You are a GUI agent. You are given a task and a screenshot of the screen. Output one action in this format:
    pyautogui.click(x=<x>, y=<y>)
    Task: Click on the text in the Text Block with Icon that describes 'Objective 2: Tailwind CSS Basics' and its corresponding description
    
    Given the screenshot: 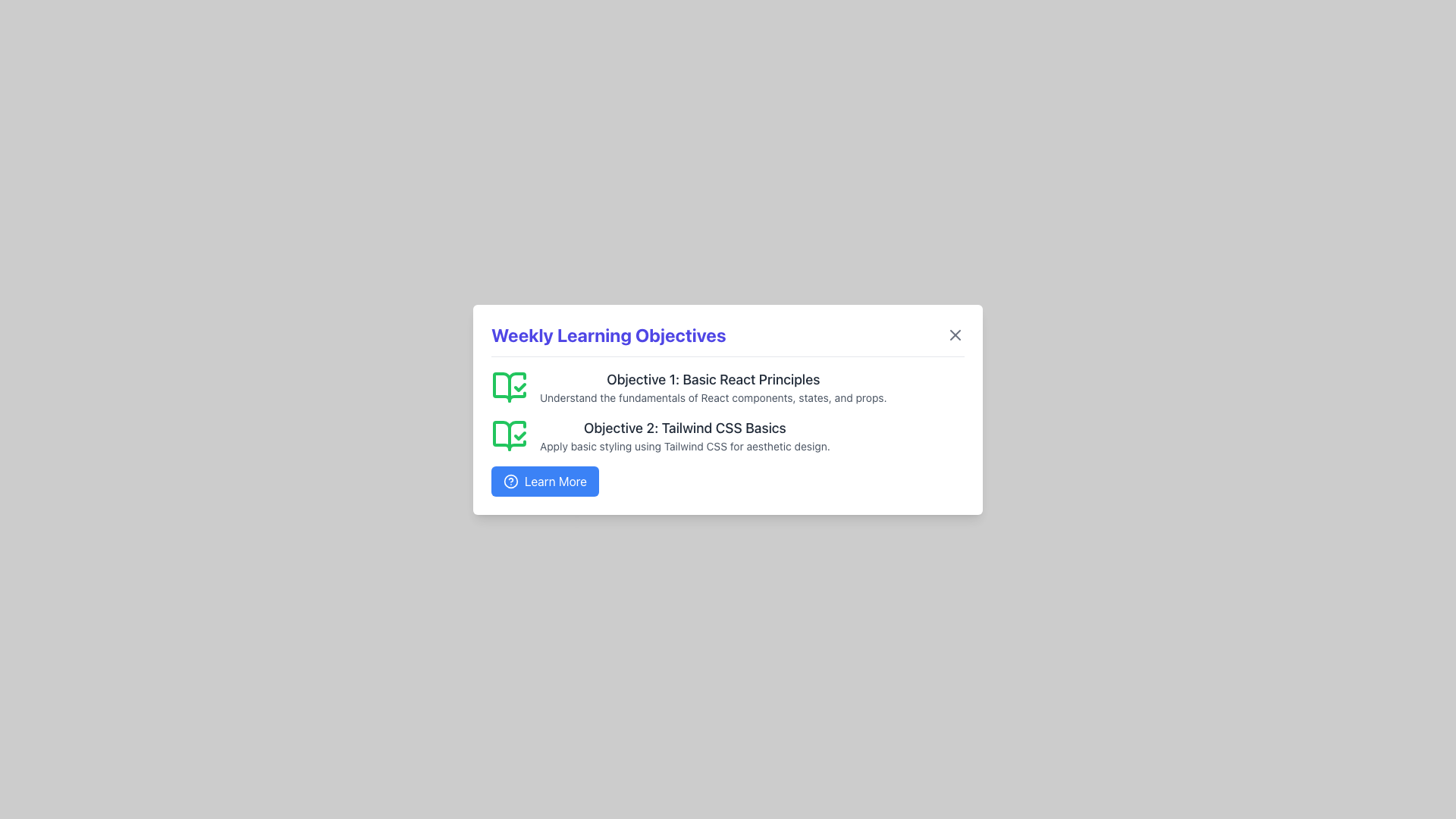 What is the action you would take?
    pyautogui.click(x=728, y=435)
    